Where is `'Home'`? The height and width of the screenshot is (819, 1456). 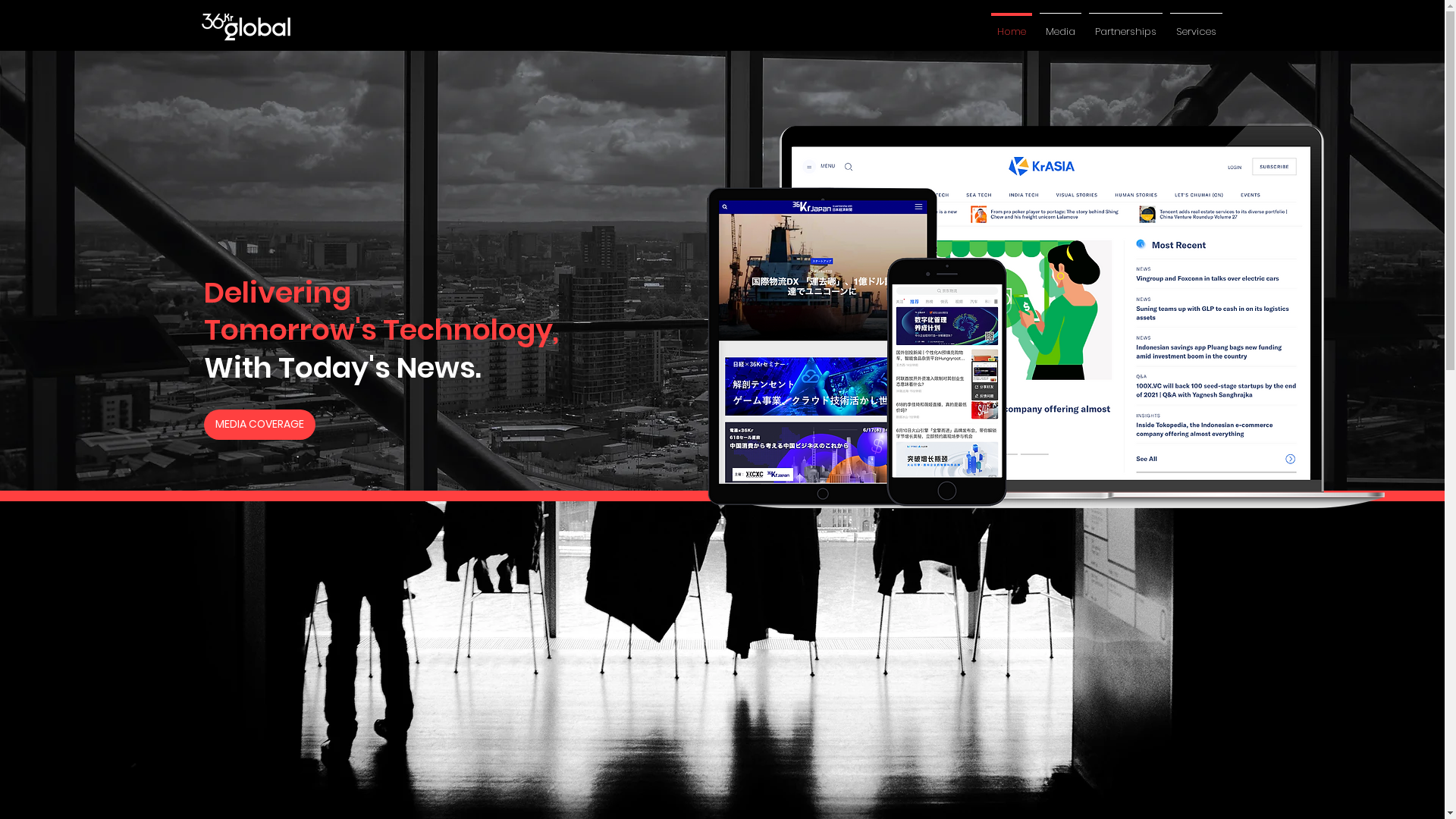
'Home' is located at coordinates (1012, 25).